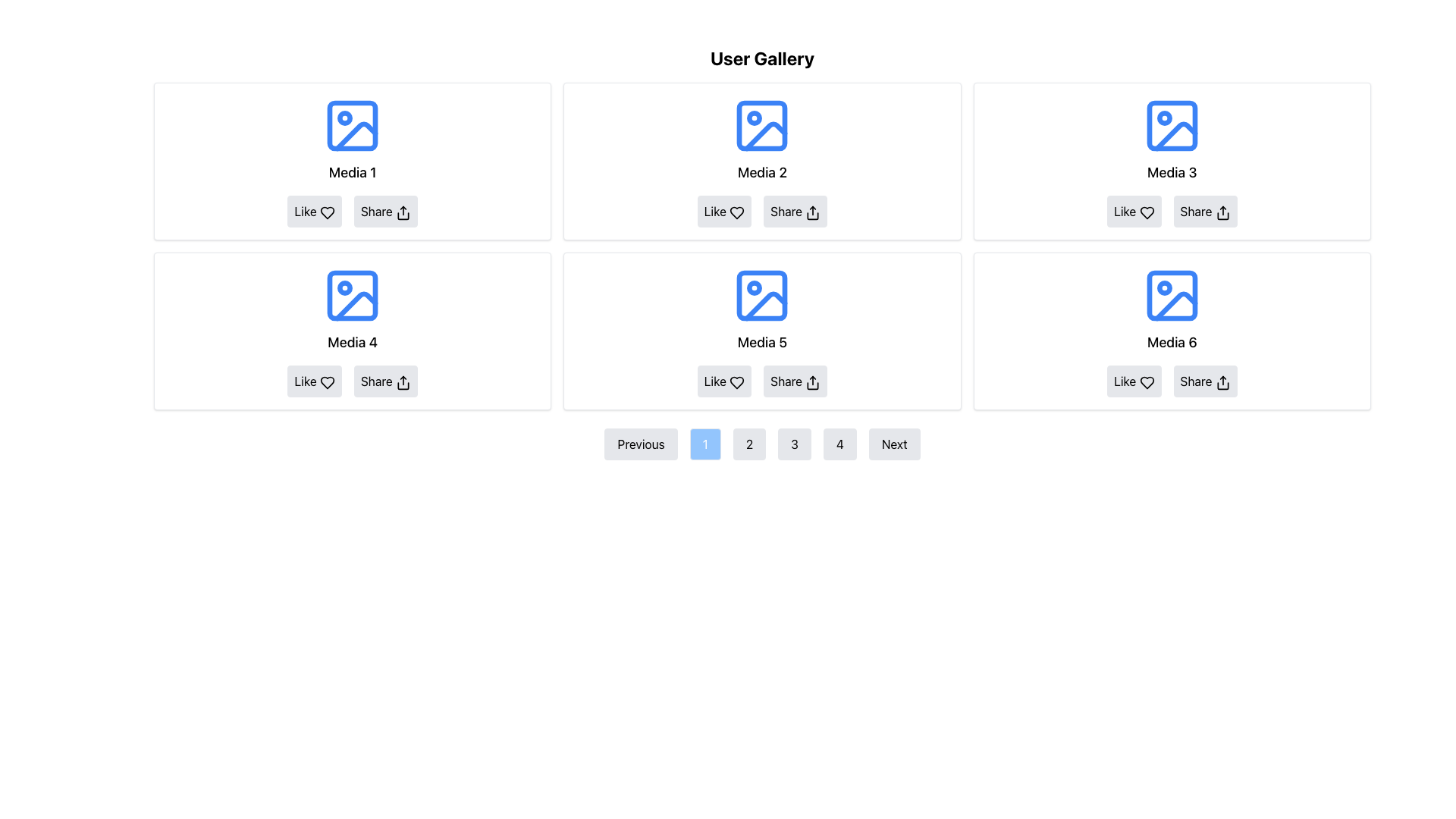 This screenshot has height=819, width=1456. What do you see at coordinates (894, 444) in the screenshot?
I see `the 'Next' button, which is the last button in a row of navigation controls below a gallery of media items` at bounding box center [894, 444].